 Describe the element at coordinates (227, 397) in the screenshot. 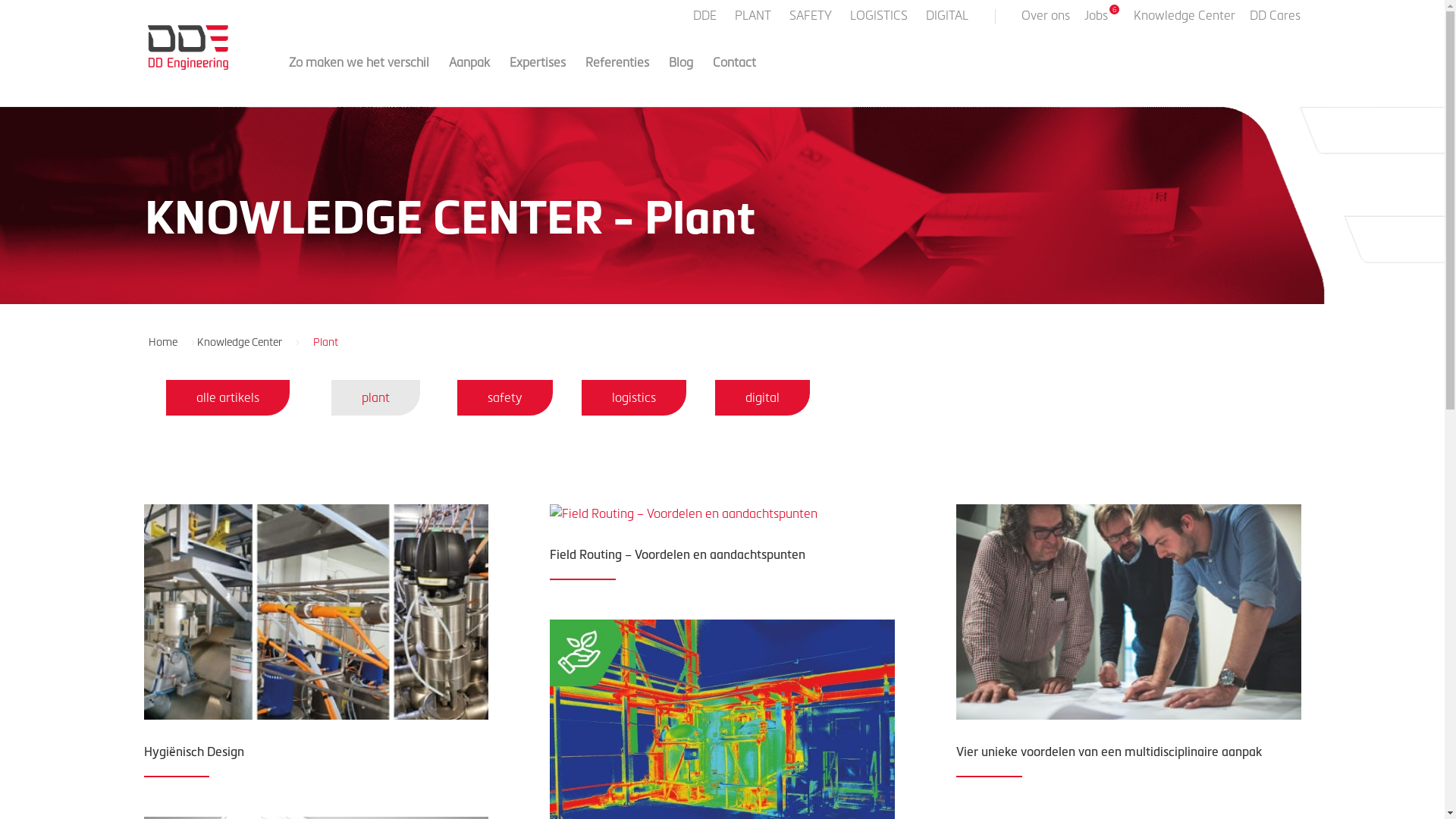

I see `'alle artikels'` at that location.